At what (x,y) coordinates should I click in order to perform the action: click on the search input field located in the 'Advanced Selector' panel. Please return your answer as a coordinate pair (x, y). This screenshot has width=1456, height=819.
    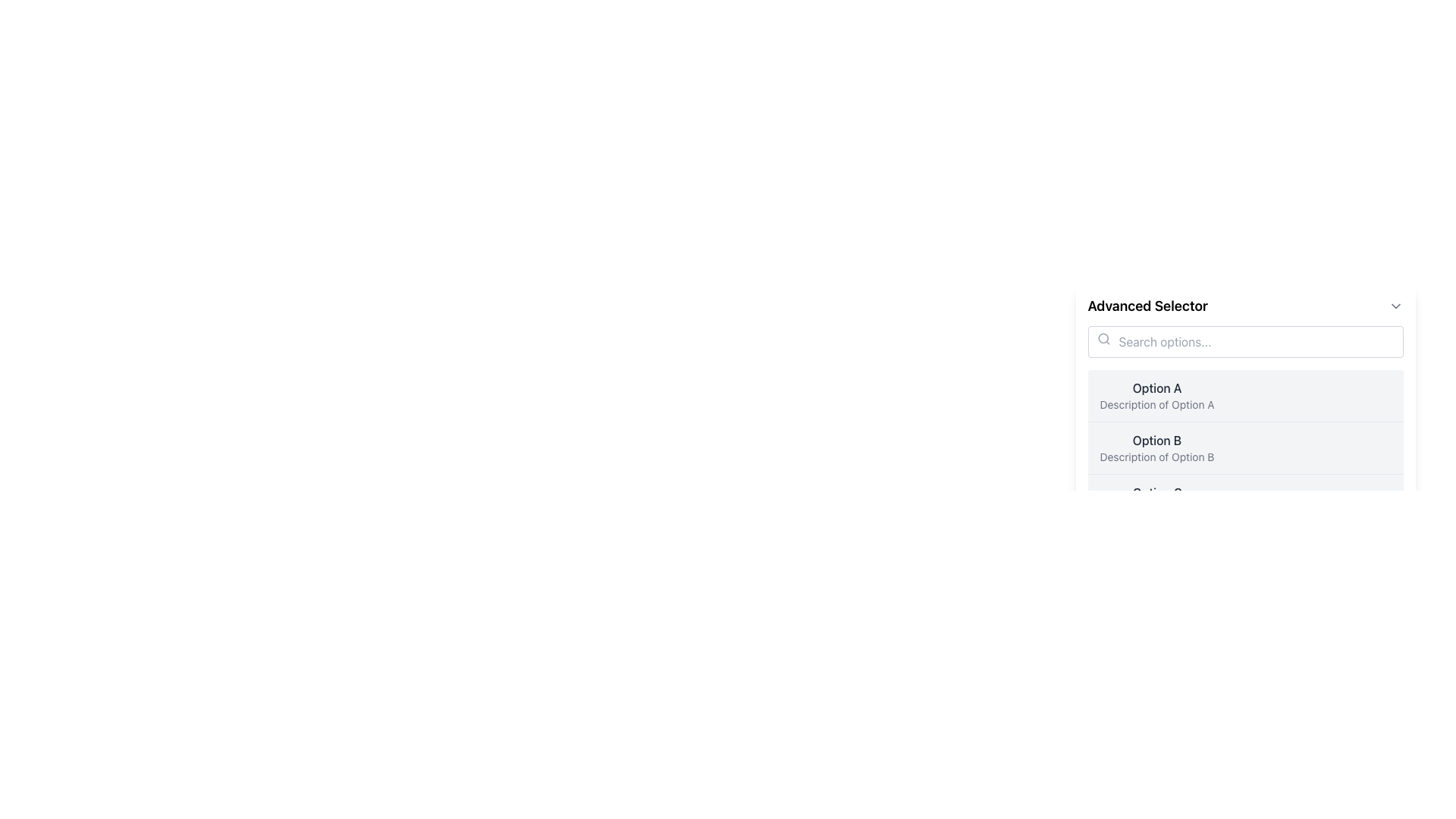
    Looking at the image, I should click on (1245, 342).